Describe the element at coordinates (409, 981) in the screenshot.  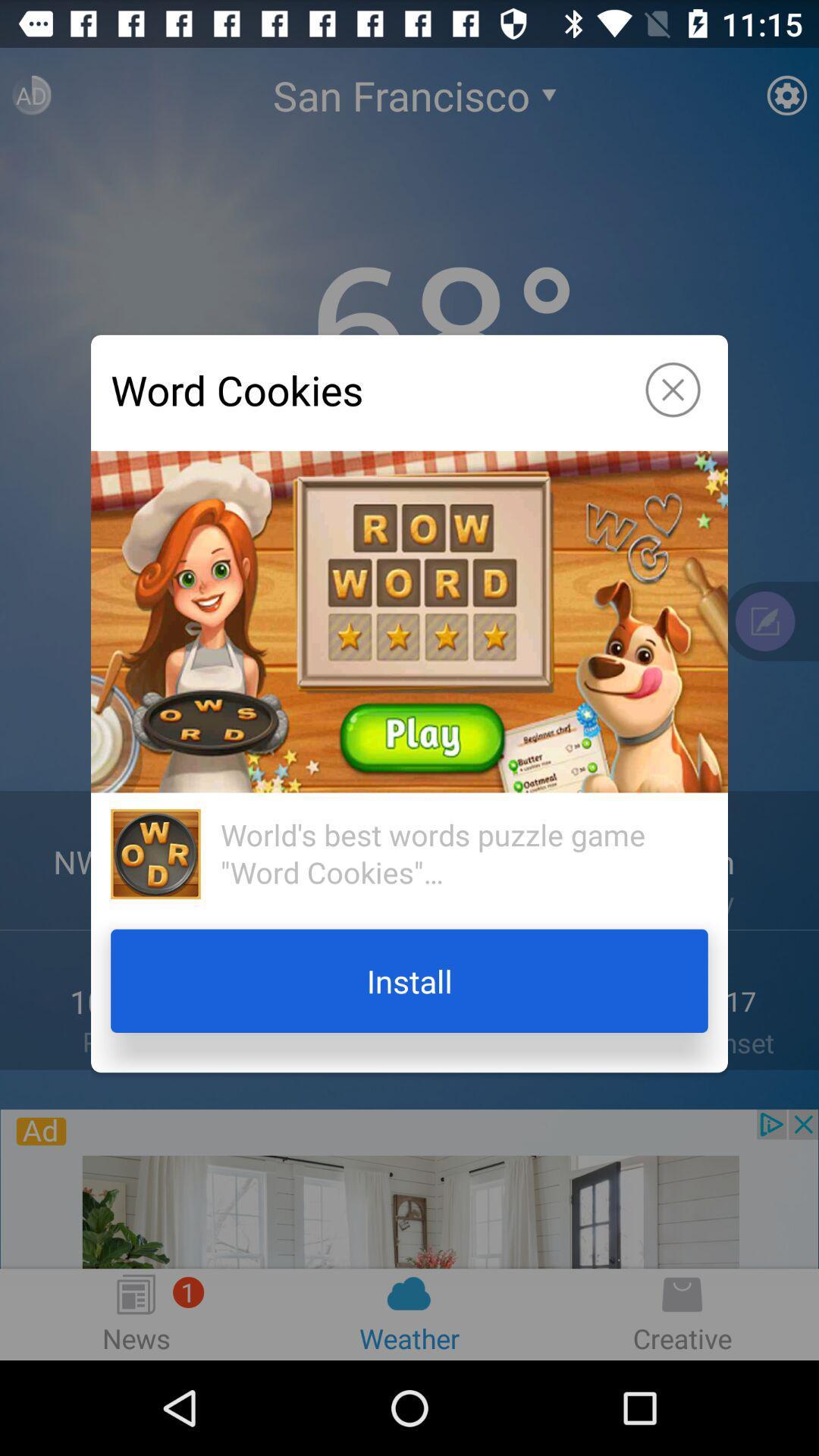
I see `install` at that location.